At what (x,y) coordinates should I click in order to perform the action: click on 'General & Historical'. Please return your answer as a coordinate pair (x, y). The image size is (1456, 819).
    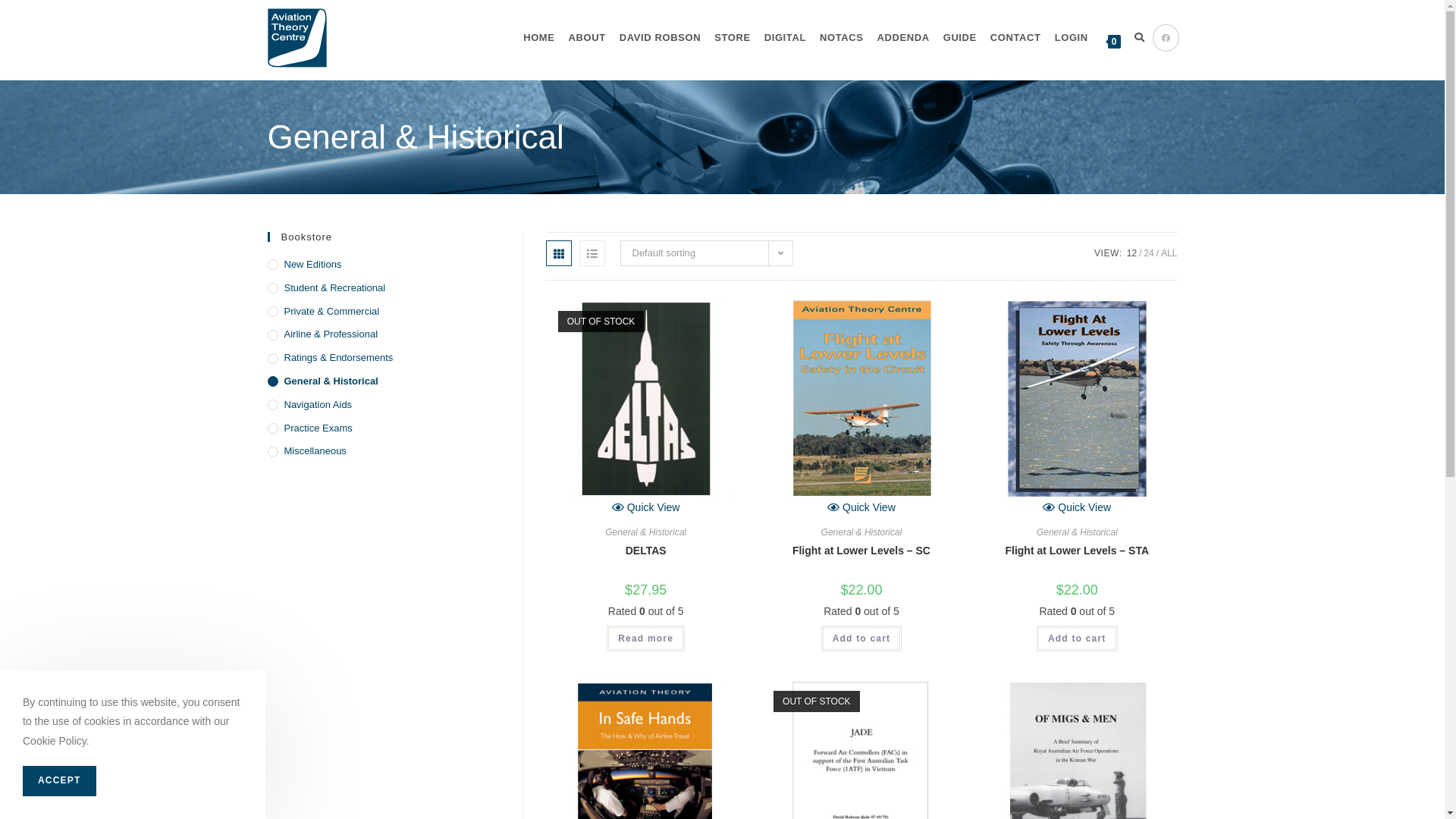
    Looking at the image, I should click on (1076, 532).